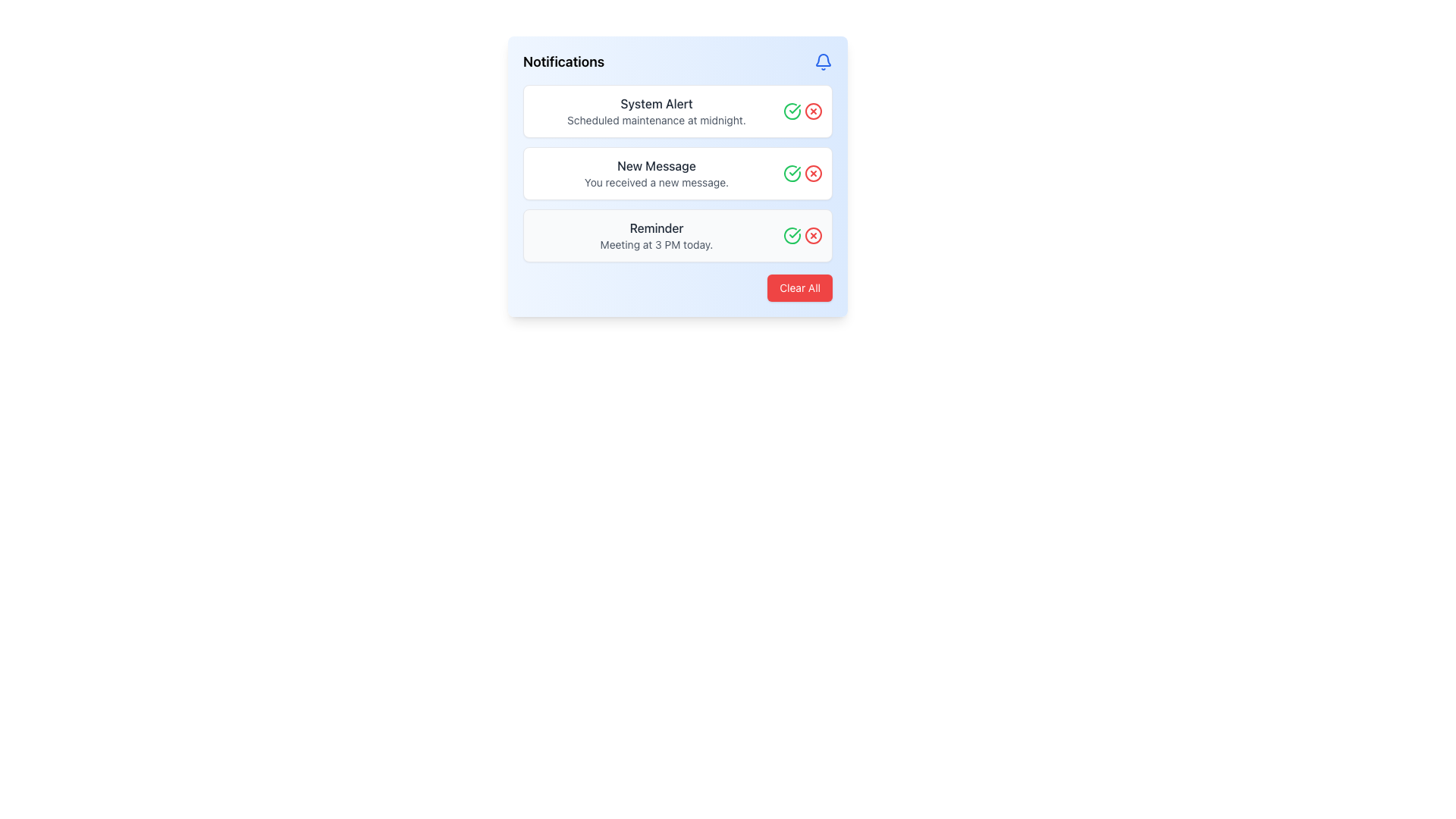  What do you see at coordinates (656, 227) in the screenshot?
I see `the text label of the third notification entry titled 'Notifications', which summarizes the notification subject above the description 'Meeting at 3 PM today'` at bounding box center [656, 227].